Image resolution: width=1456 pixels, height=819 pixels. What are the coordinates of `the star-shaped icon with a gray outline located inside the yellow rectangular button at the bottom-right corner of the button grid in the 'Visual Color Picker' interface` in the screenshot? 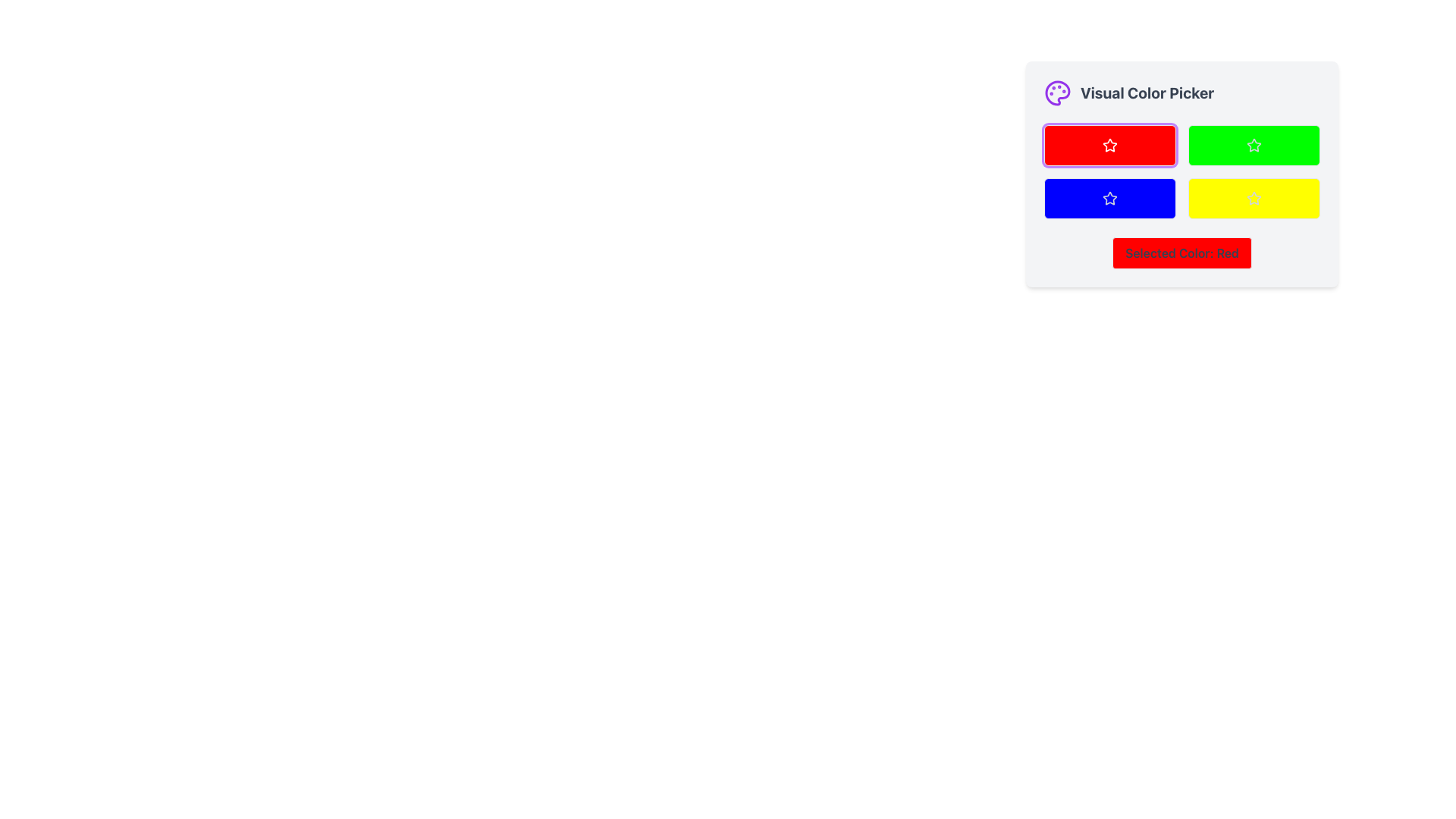 It's located at (1254, 197).